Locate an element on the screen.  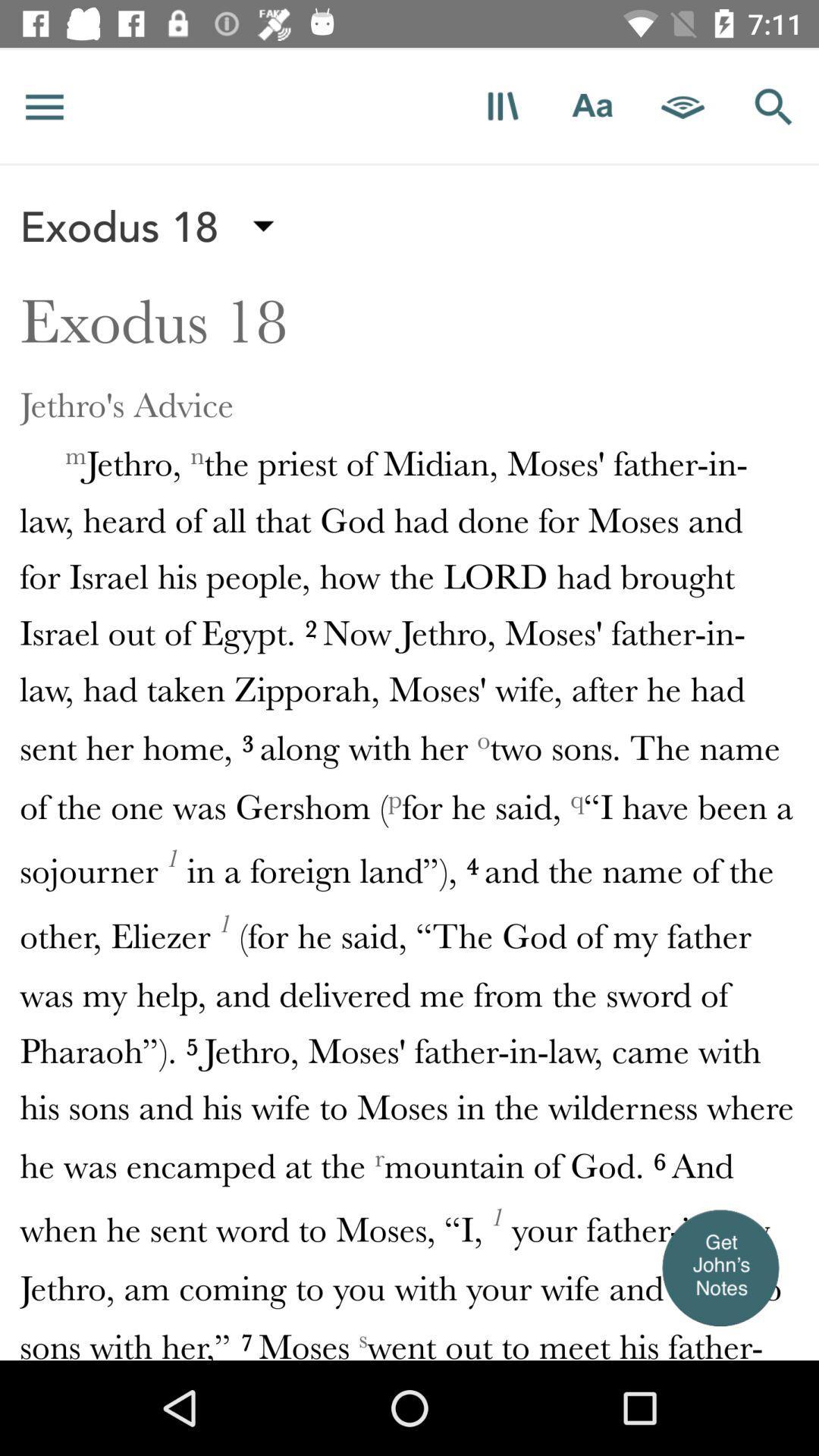
the avatar icon is located at coordinates (719, 1267).